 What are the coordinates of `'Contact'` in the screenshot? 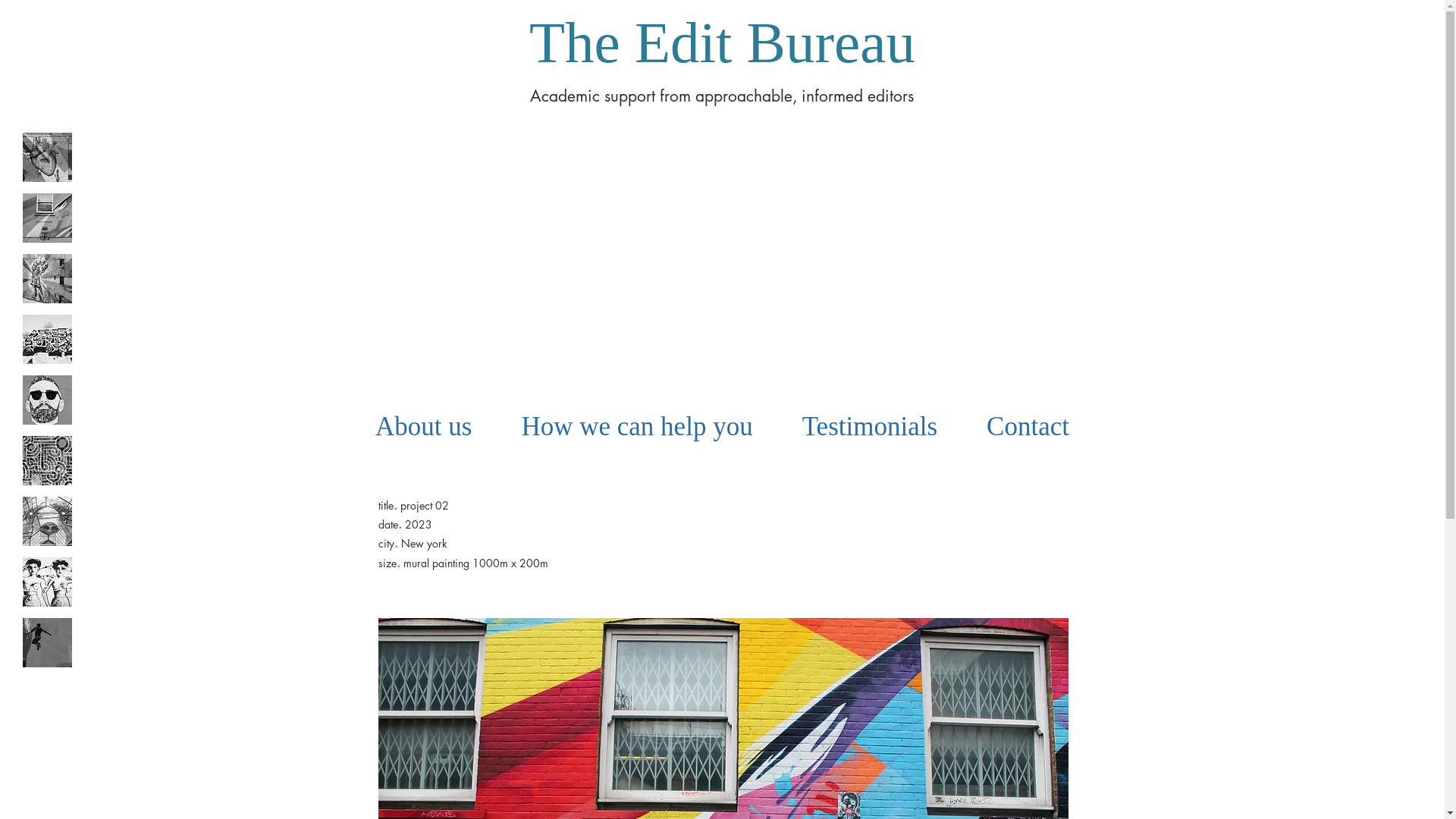 It's located at (1028, 427).